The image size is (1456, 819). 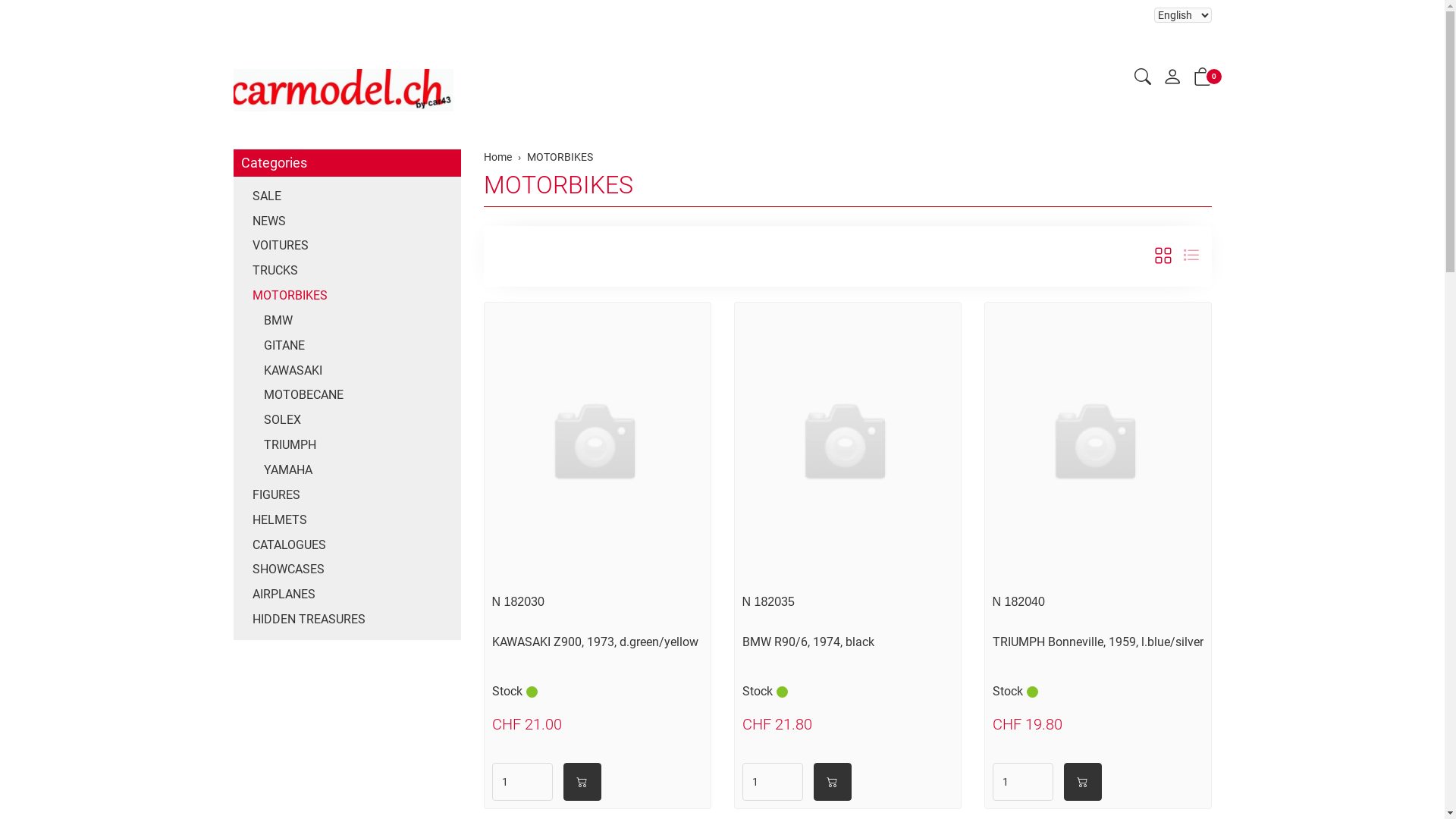 What do you see at coordinates (846, 444) in the screenshot?
I see `'Click to see details'` at bounding box center [846, 444].